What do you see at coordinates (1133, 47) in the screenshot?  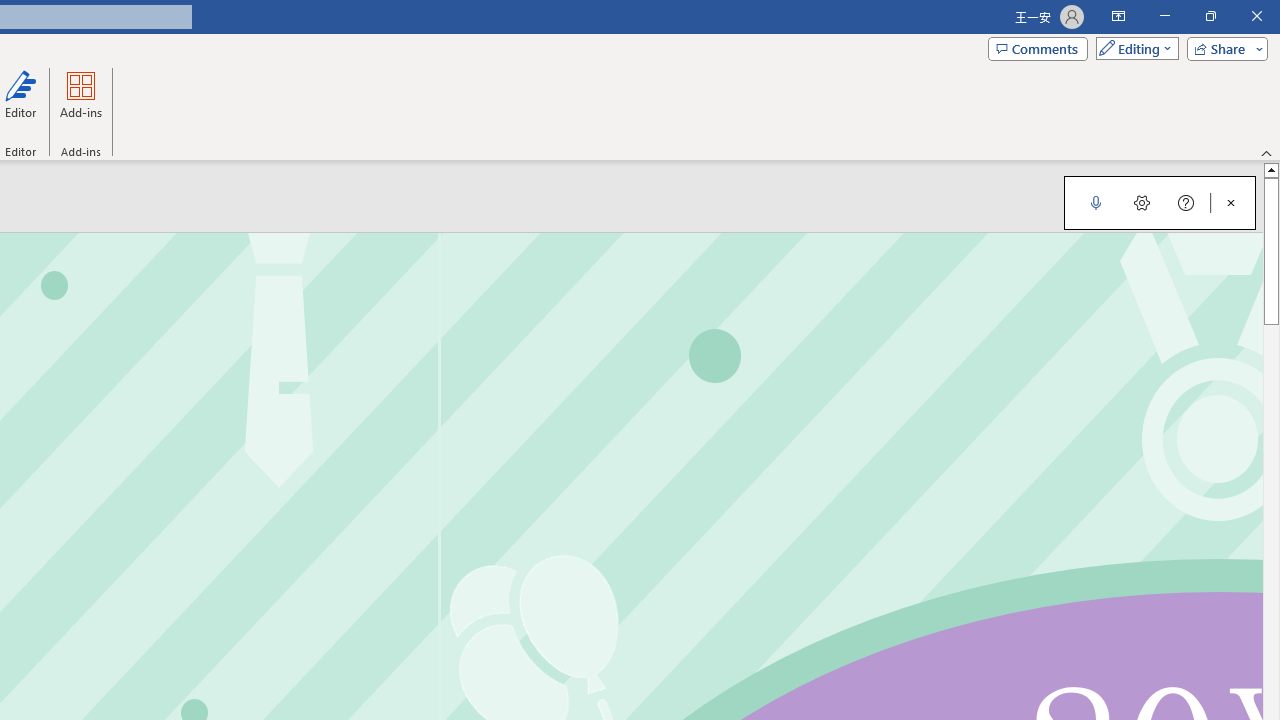 I see `'Mode'` at bounding box center [1133, 47].